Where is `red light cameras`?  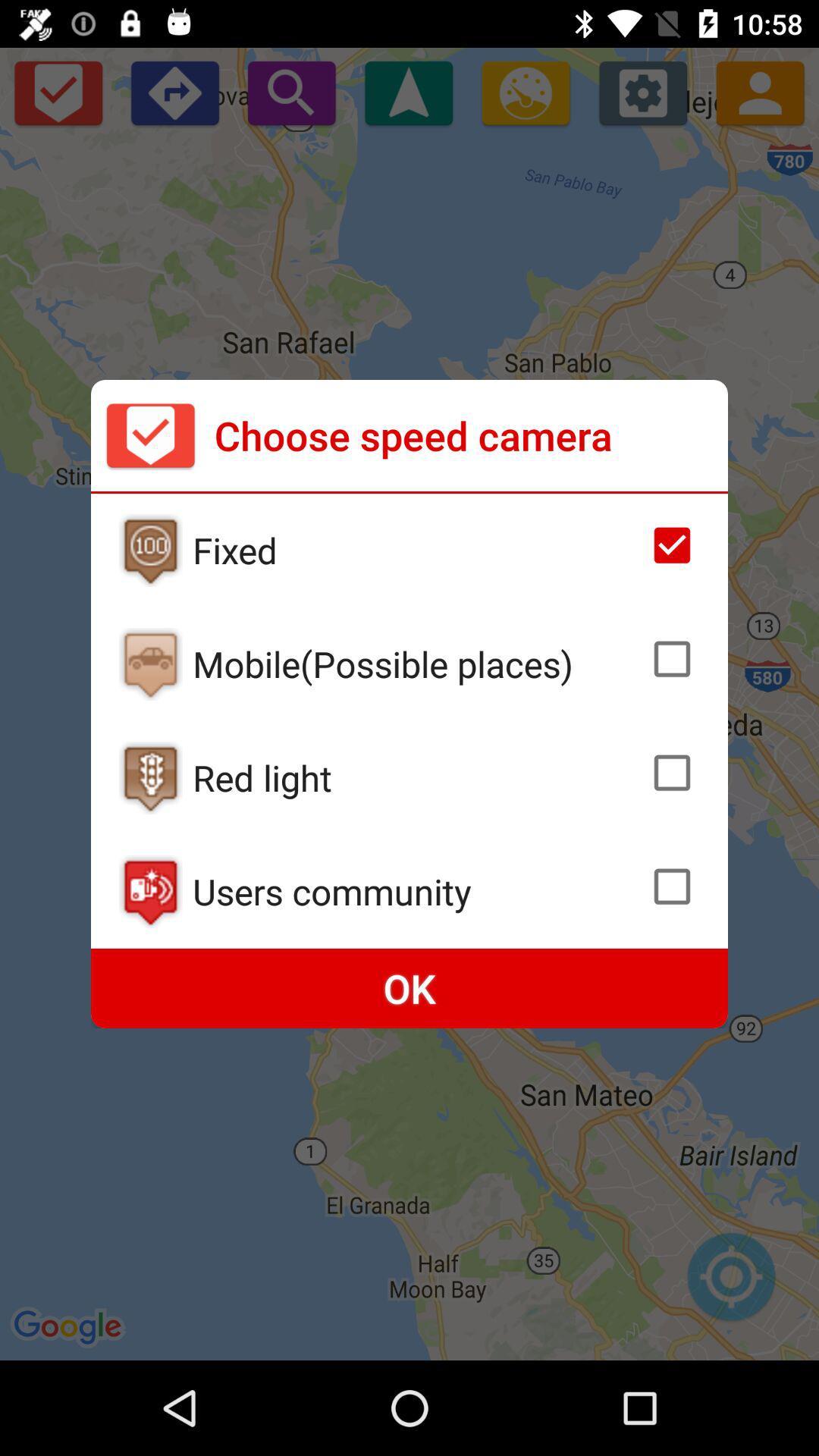
red light cameras is located at coordinates (671, 773).